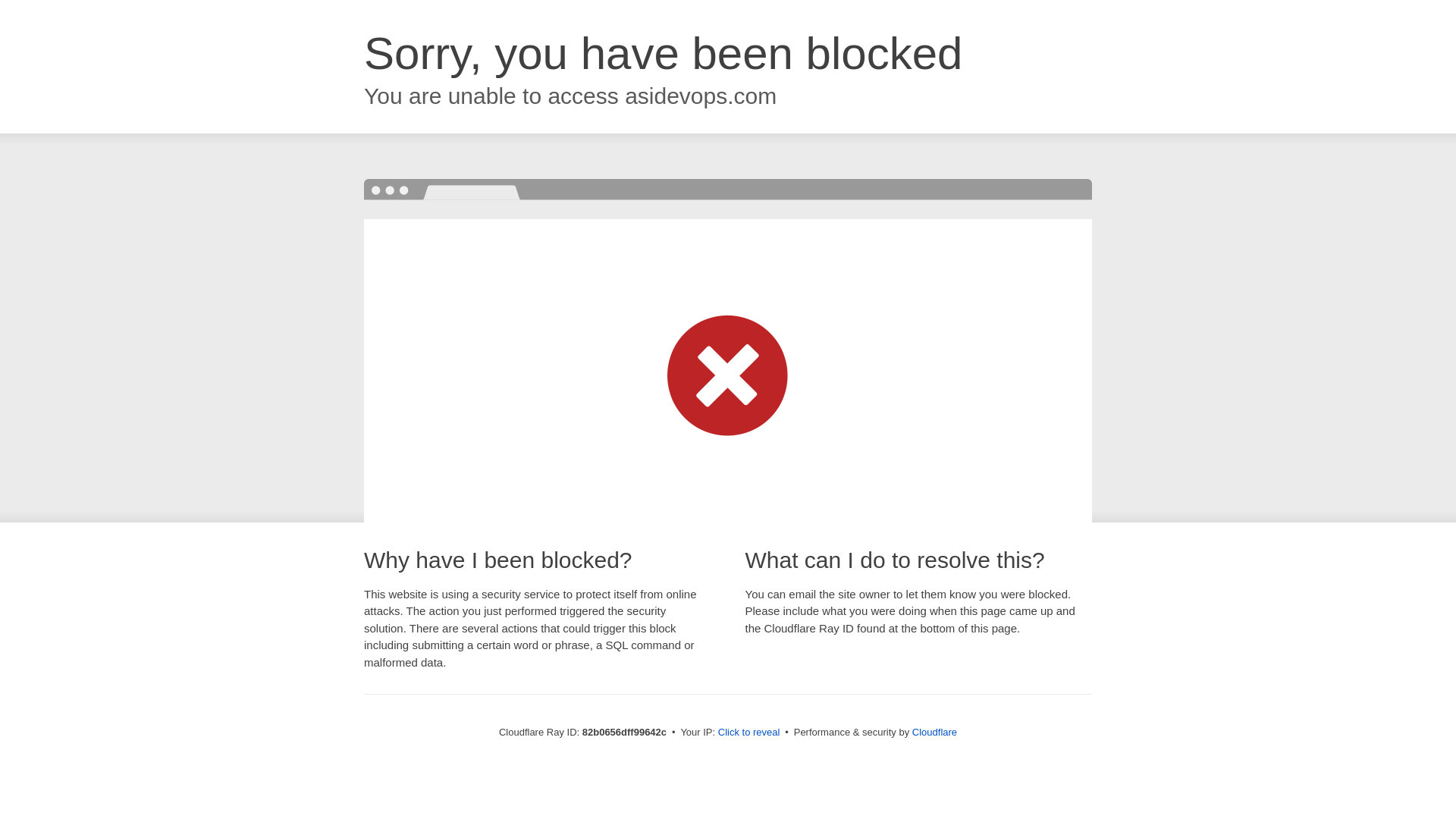 This screenshot has width=1456, height=819. I want to click on 'Click to reveal', so click(717, 731).